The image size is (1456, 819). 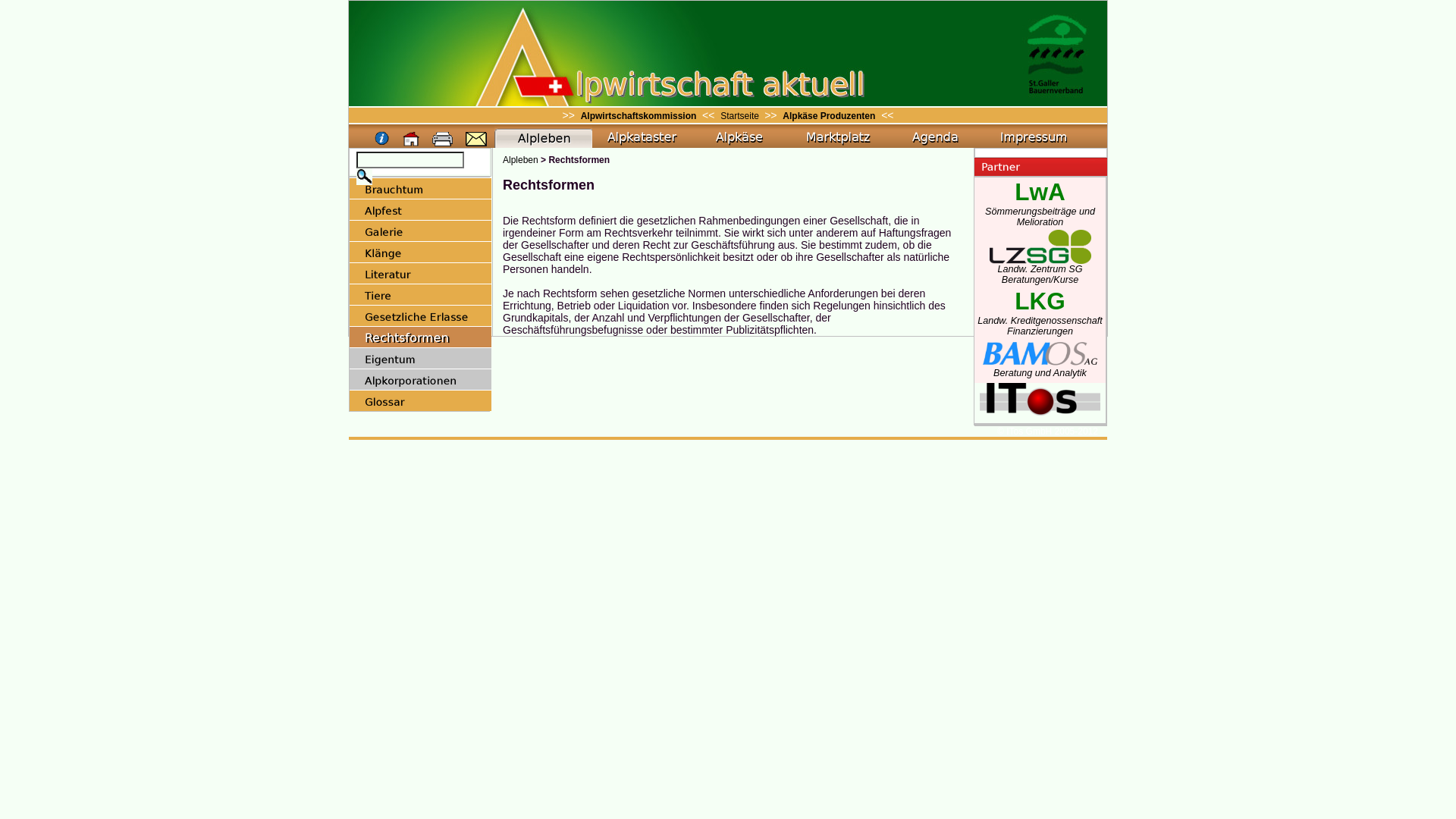 What do you see at coordinates (382, 140) in the screenshot?
I see `'Info'` at bounding box center [382, 140].